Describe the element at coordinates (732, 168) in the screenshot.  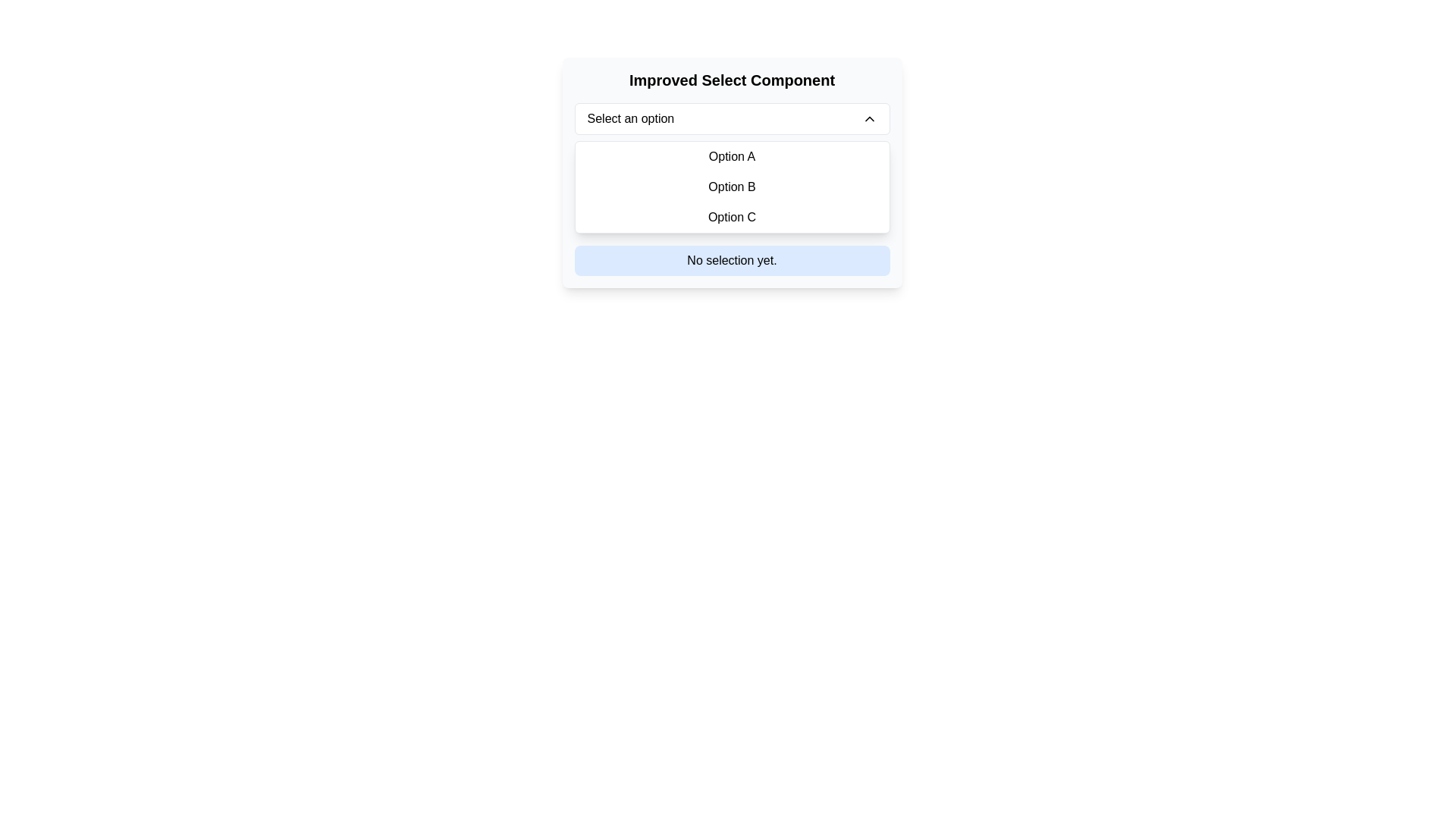
I see `the dropdown menu option within the 'Improved Select Component'` at that location.